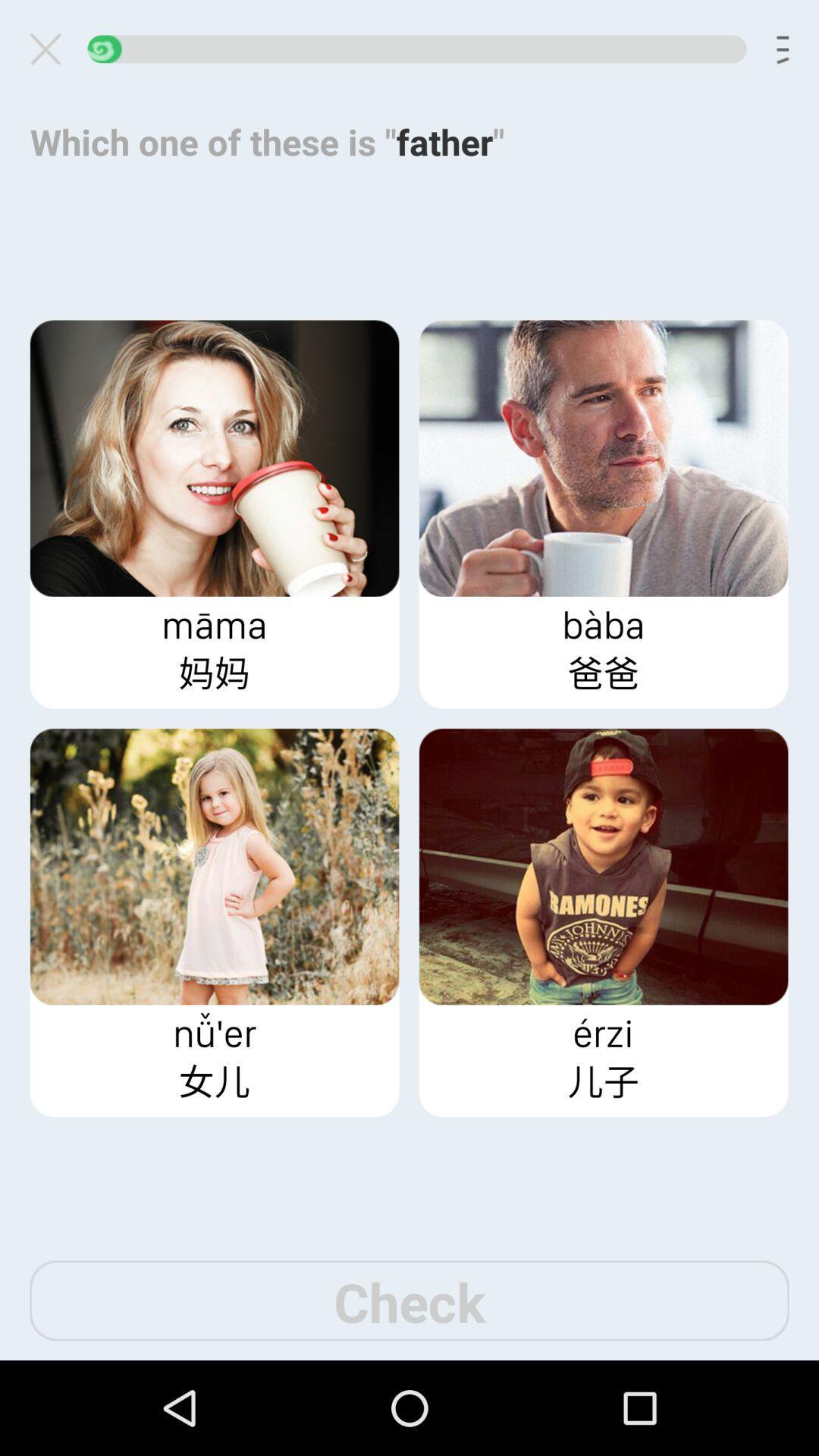 The image size is (819, 1456). Describe the element at coordinates (51, 52) in the screenshot. I see `the close icon` at that location.